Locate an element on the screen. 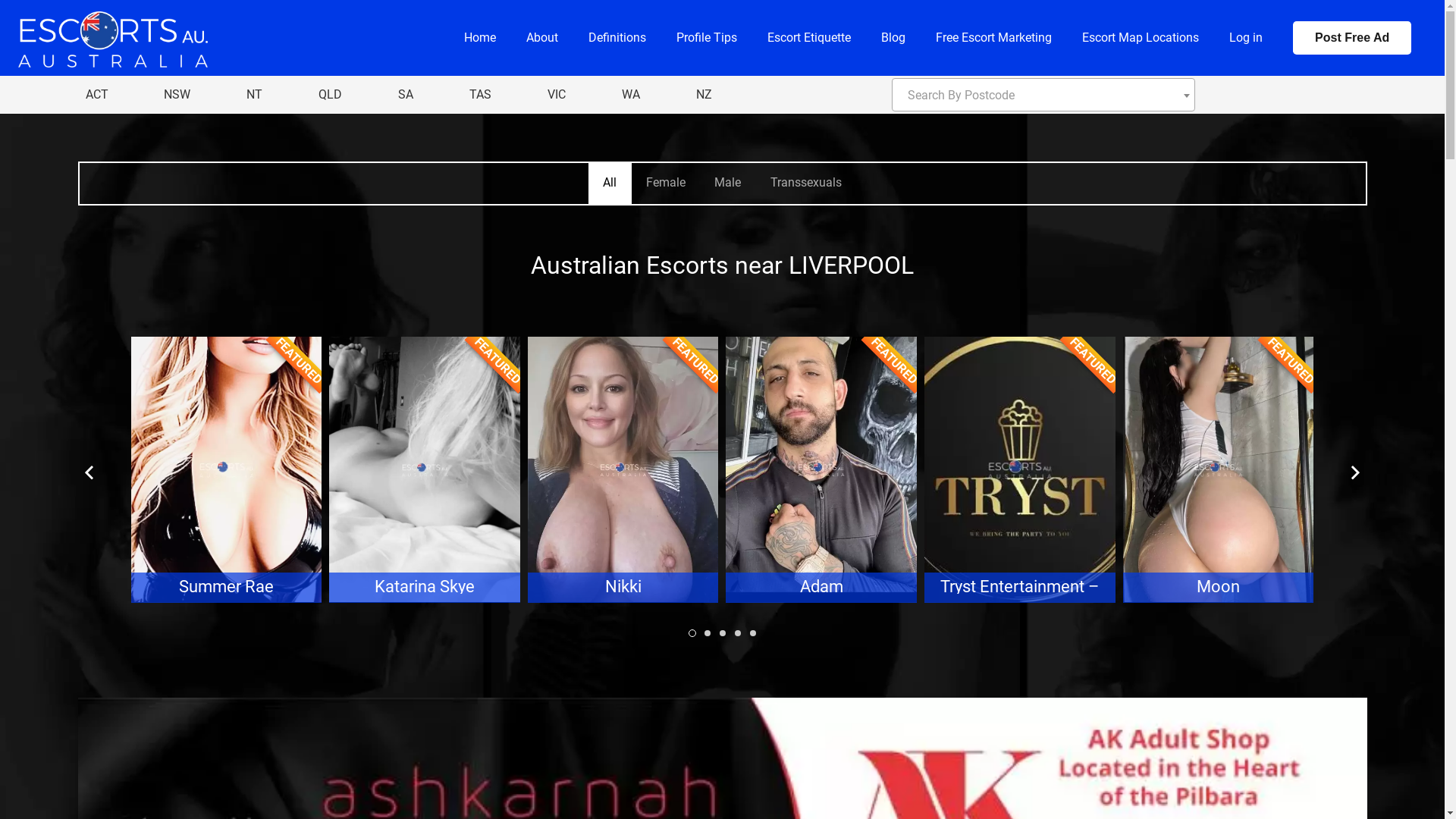  'SA' is located at coordinates (405, 94).